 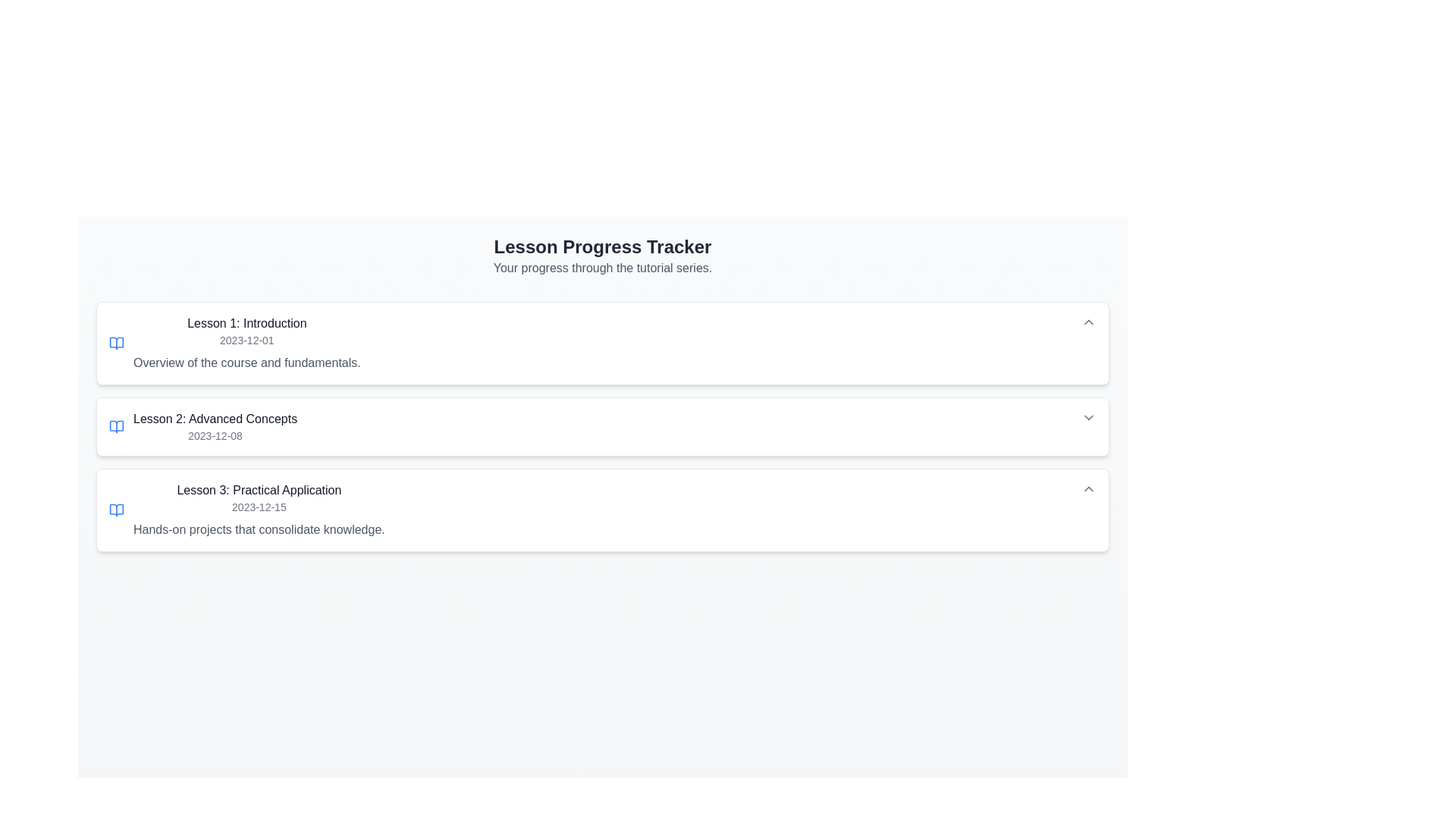 What do you see at coordinates (115, 427) in the screenshot?
I see `the icon representing the lesson in the card labeled 'Lesson 2: Advanced Concepts', located at the leftmost part of the card and aligned with the text` at bounding box center [115, 427].